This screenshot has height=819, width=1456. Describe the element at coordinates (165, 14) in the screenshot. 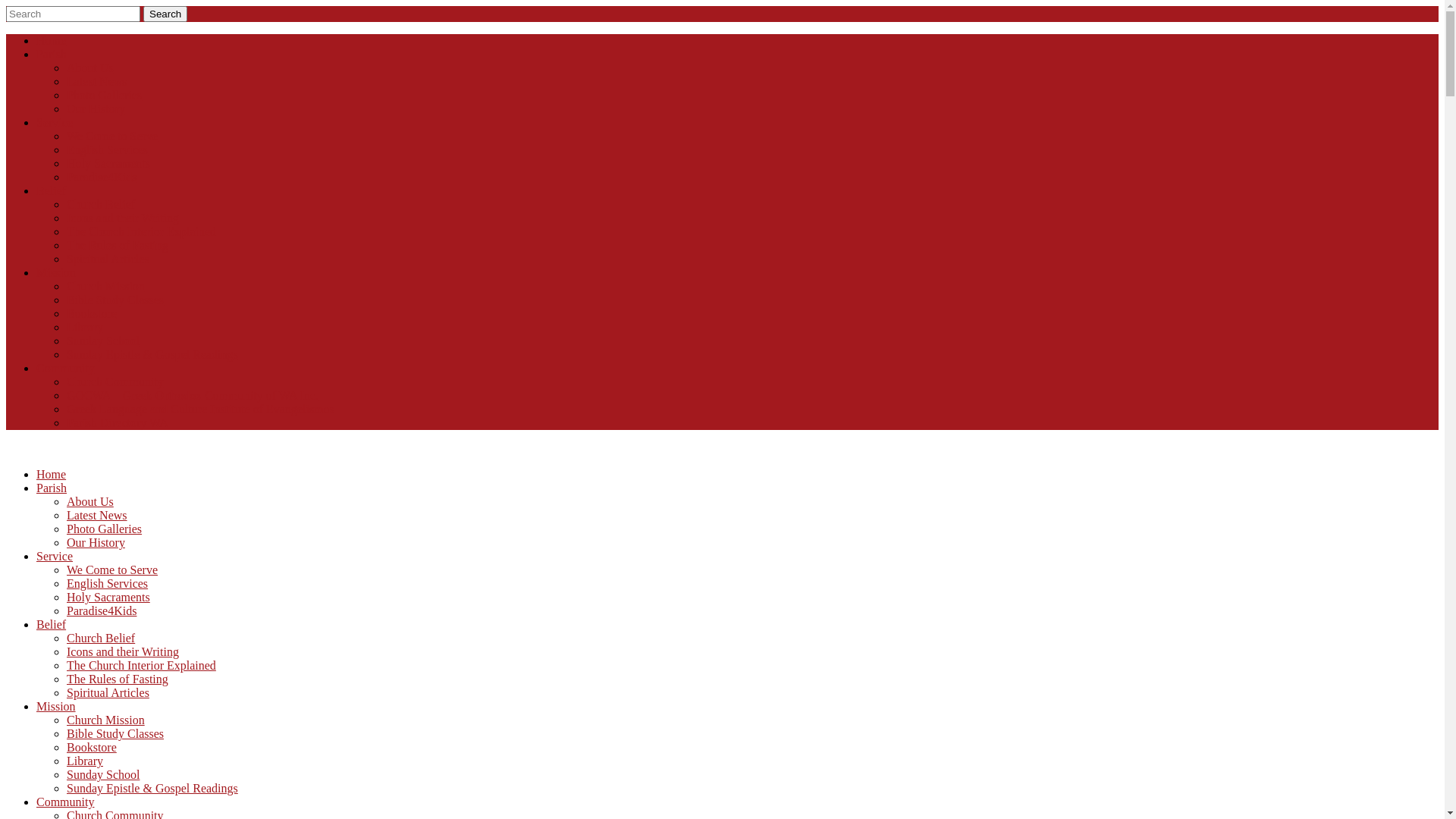

I see `'Search'` at that location.